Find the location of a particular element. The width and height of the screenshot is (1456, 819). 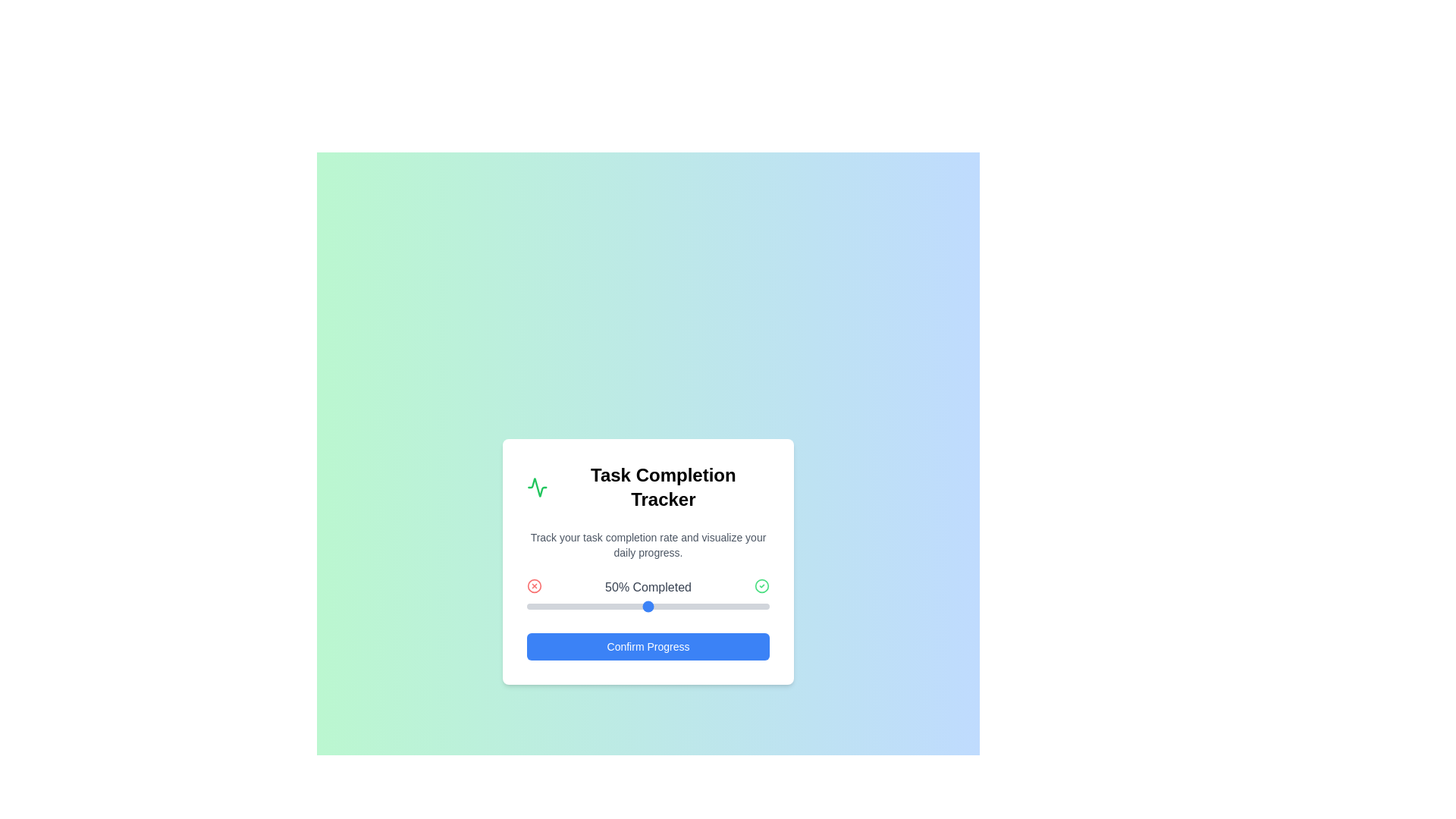

the progress slider to 0% is located at coordinates (527, 605).